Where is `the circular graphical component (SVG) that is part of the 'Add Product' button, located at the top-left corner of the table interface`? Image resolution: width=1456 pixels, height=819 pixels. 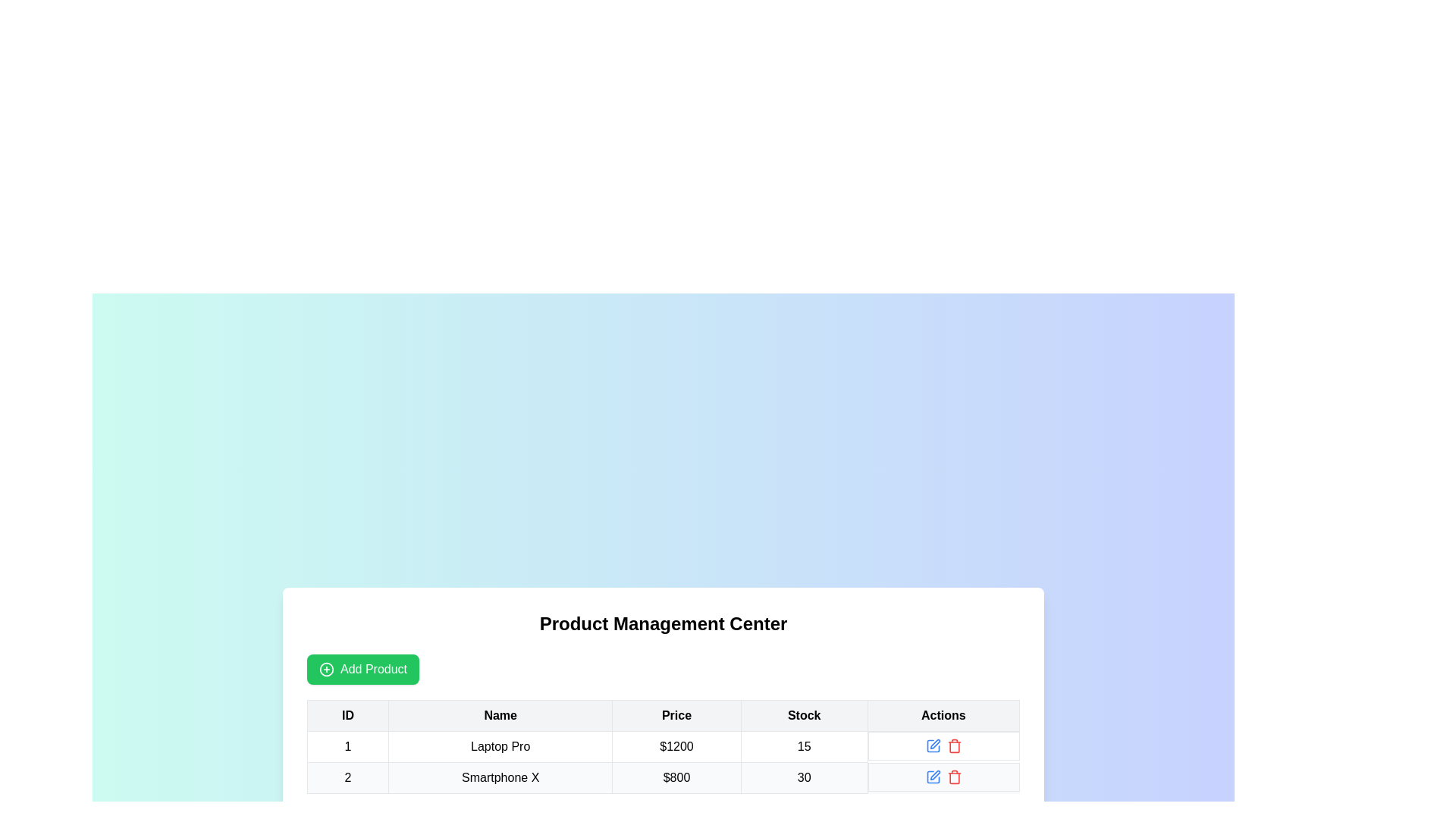
the circular graphical component (SVG) that is part of the 'Add Product' button, located at the top-left corner of the table interface is located at coordinates (326, 669).